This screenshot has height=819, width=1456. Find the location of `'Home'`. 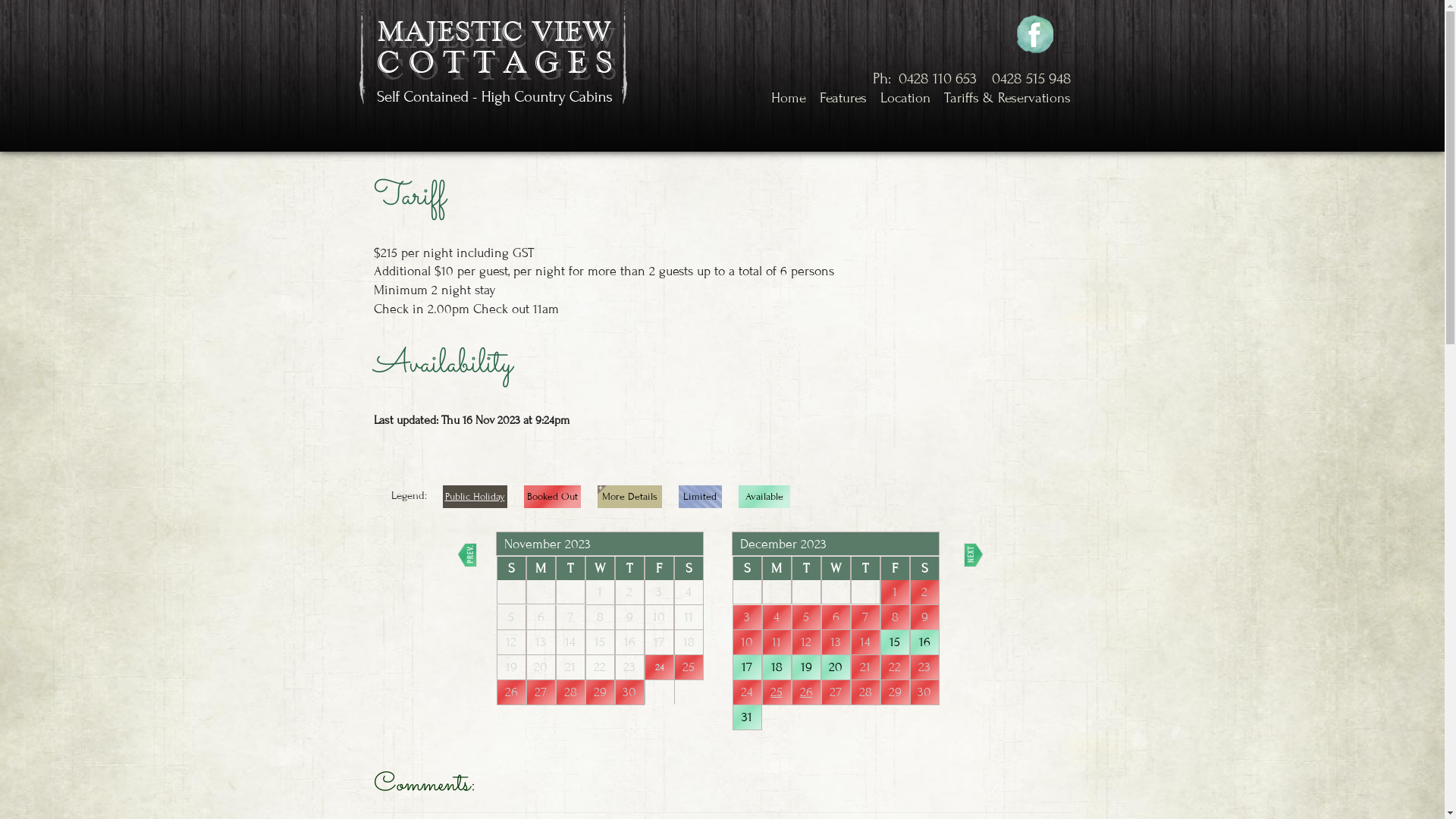

'Home' is located at coordinates (789, 98).